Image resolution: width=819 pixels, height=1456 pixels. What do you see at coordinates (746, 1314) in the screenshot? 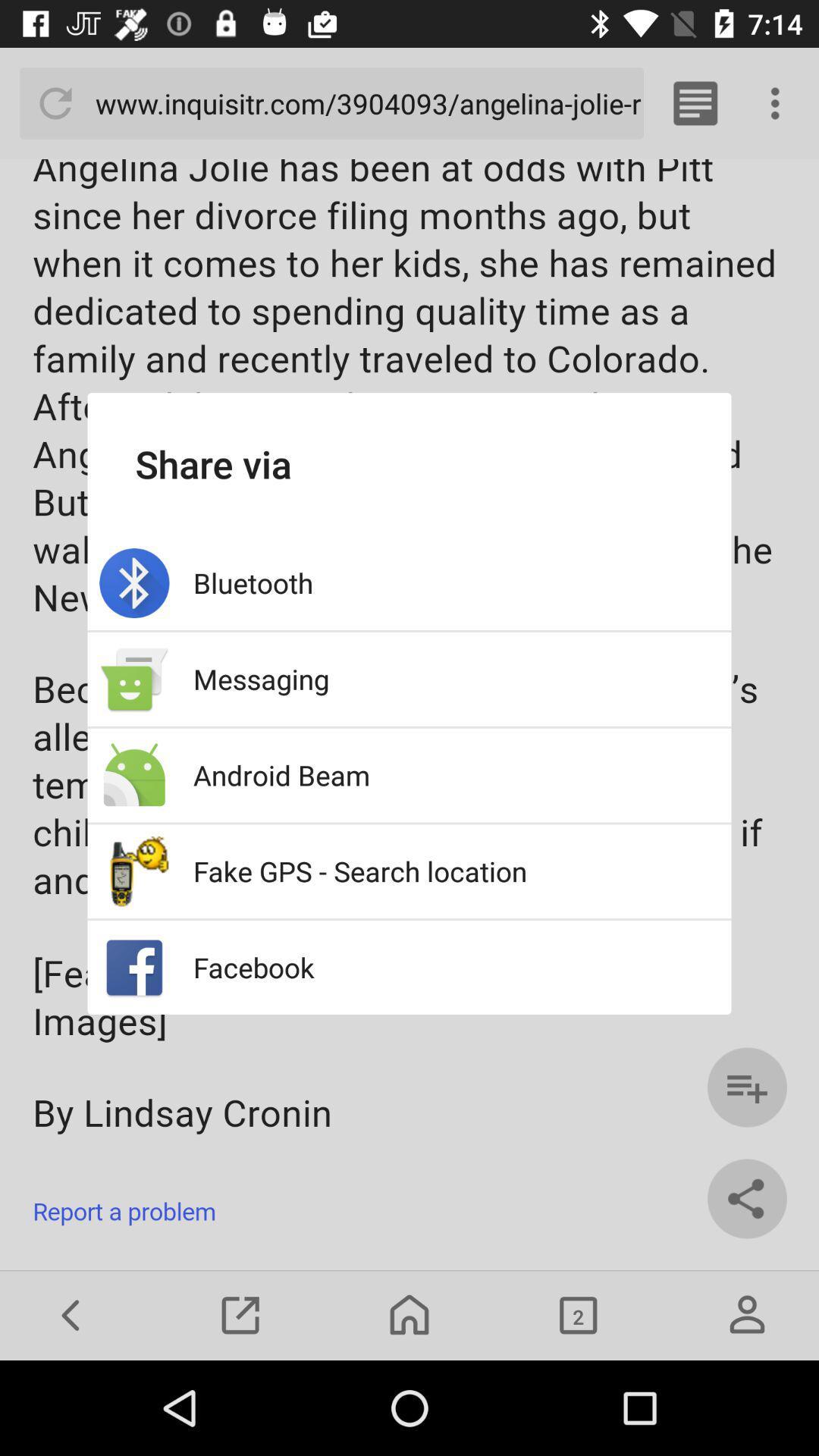
I see `the avatar icon` at bounding box center [746, 1314].